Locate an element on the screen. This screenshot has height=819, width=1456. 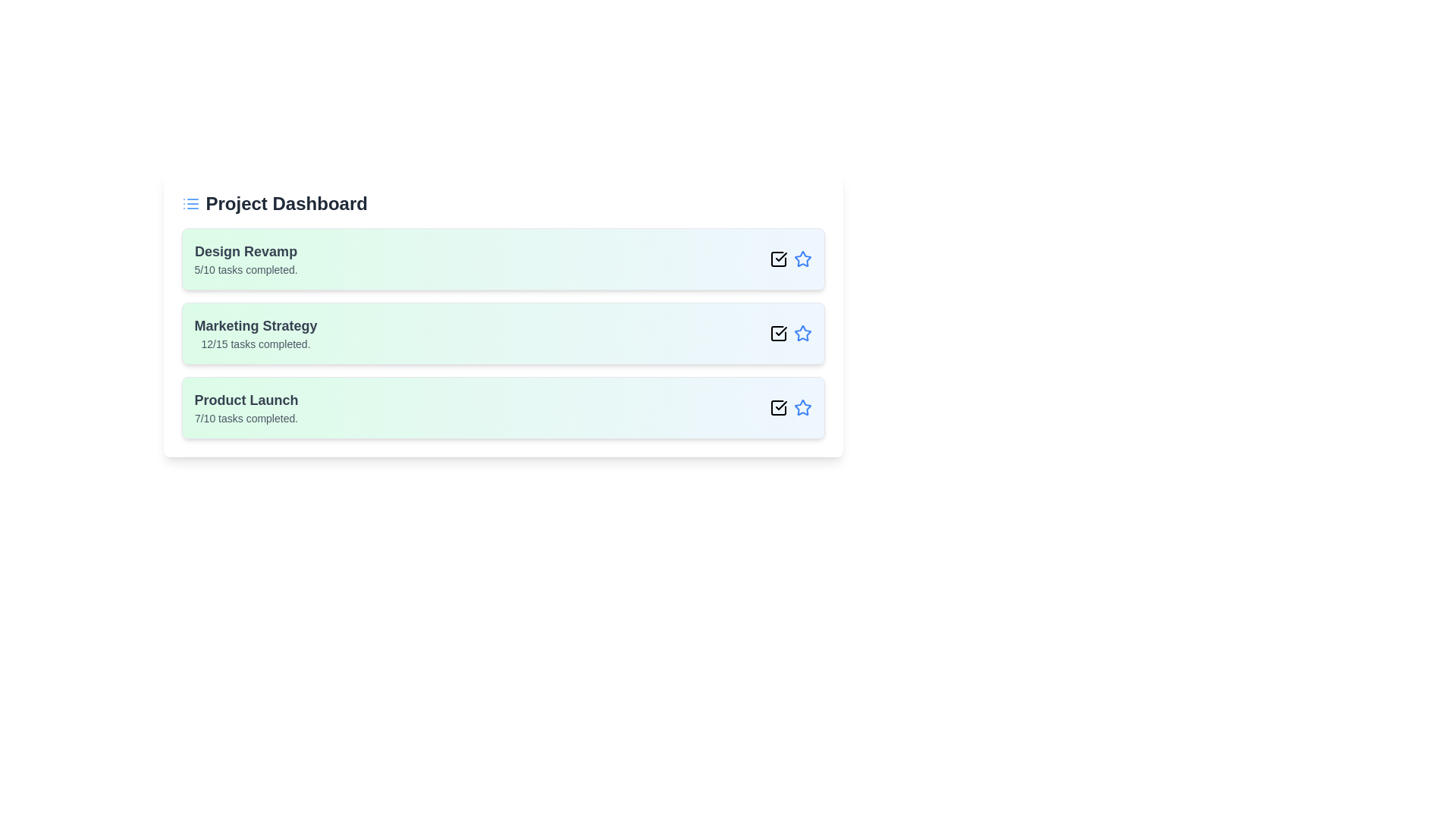
the checkbox icon for the project Product Launch to toggle its completion status is located at coordinates (778, 406).